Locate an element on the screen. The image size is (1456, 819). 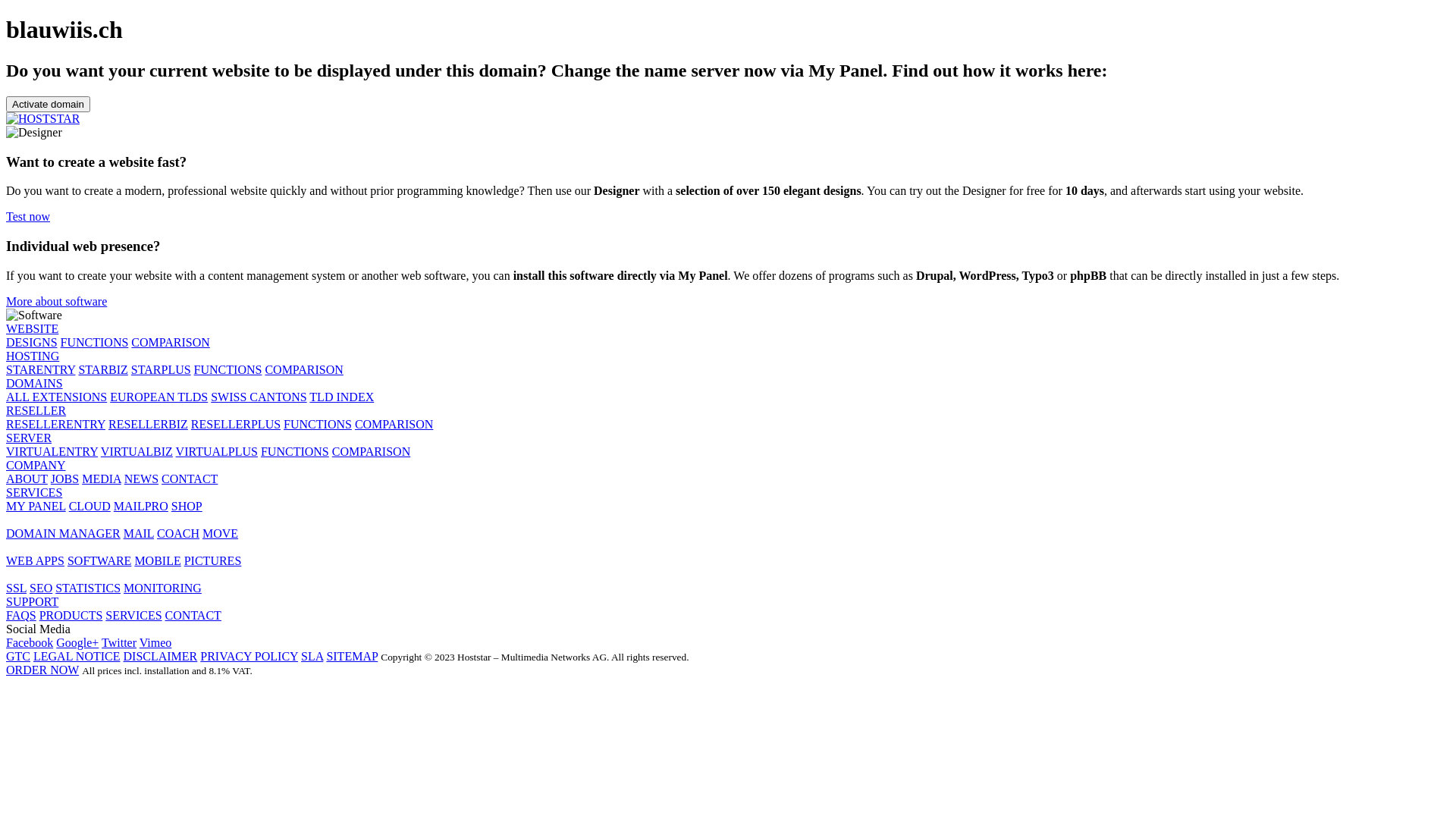
'SUPPORT' is located at coordinates (32, 601).